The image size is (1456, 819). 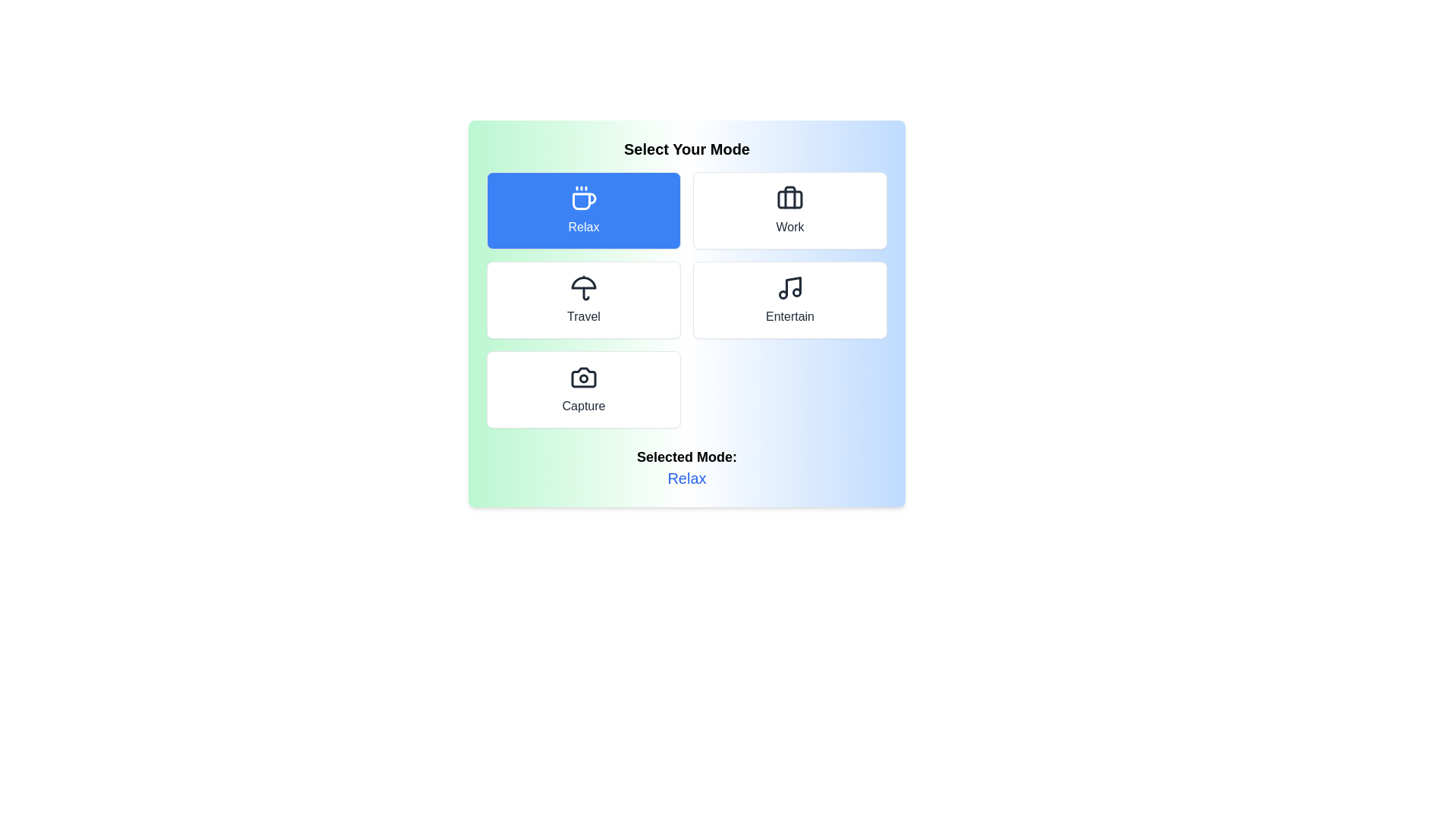 What do you see at coordinates (582, 210) in the screenshot?
I see `the mode button corresponding to Relax` at bounding box center [582, 210].